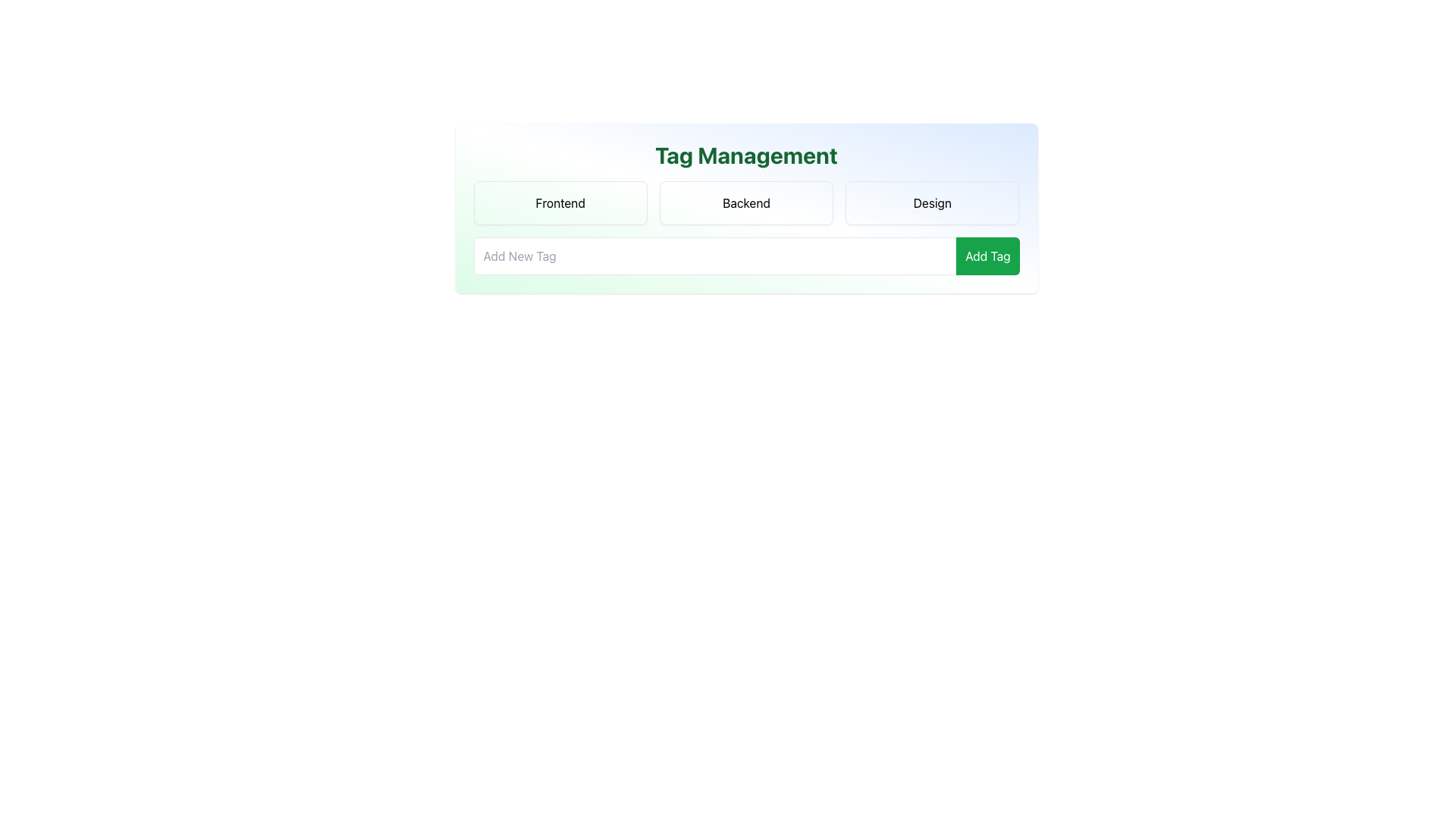 Image resolution: width=1456 pixels, height=819 pixels. Describe the element at coordinates (560, 202) in the screenshot. I see `the 'Frontend' card, which is the first card in a horizontal row of three cards labeled 'Frontend', 'Backend', and 'Design', located below the title 'Tag Management'` at that location.